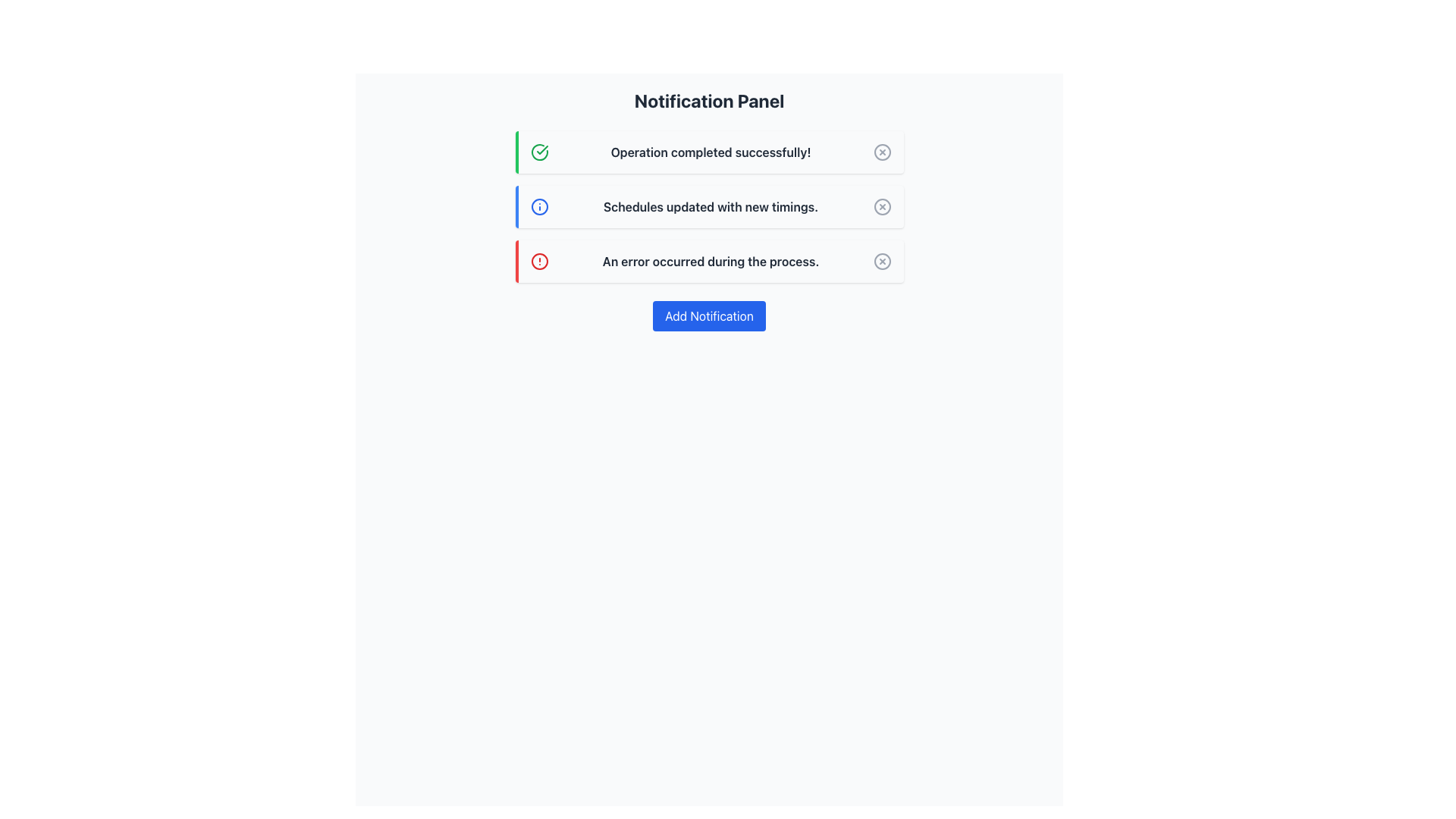  I want to click on the dismiss button located at the far right side of the notification box with green borders, which contains the success message 'Operation completed successfully!', so click(882, 152).